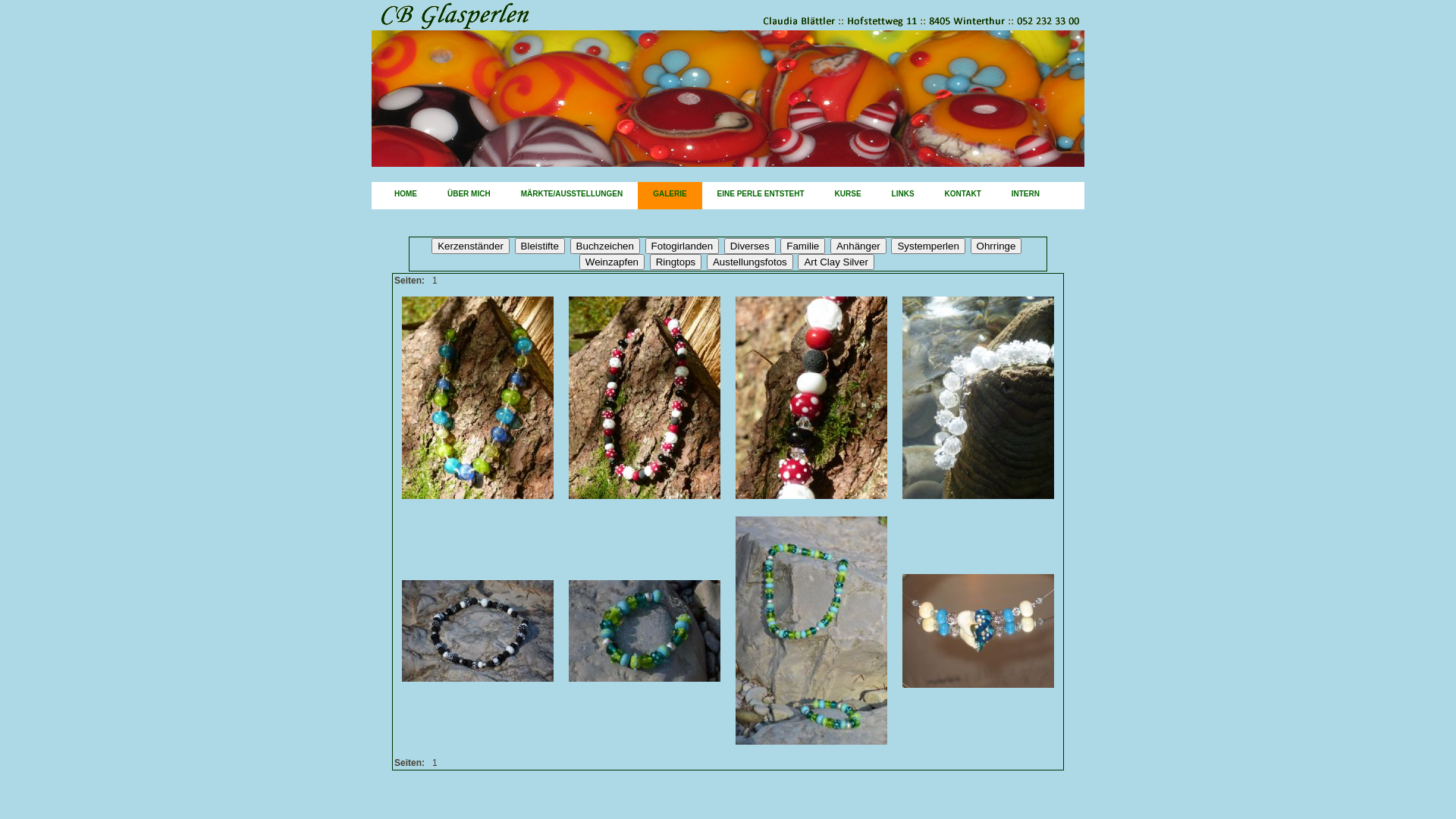 Image resolution: width=1456 pixels, height=819 pixels. I want to click on 'Familie', so click(802, 245).